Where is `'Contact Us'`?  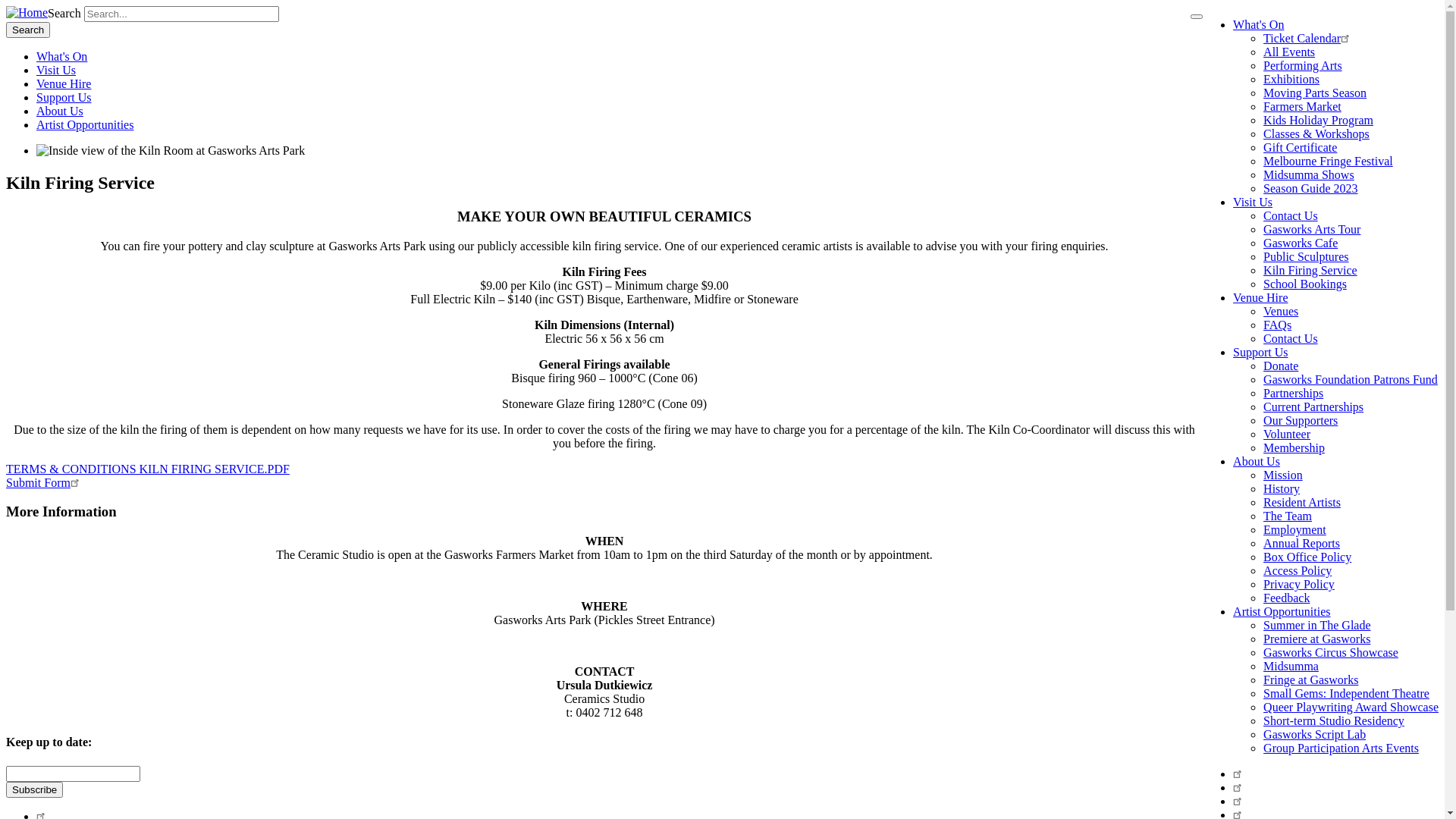
'Contact Us' is located at coordinates (1263, 215).